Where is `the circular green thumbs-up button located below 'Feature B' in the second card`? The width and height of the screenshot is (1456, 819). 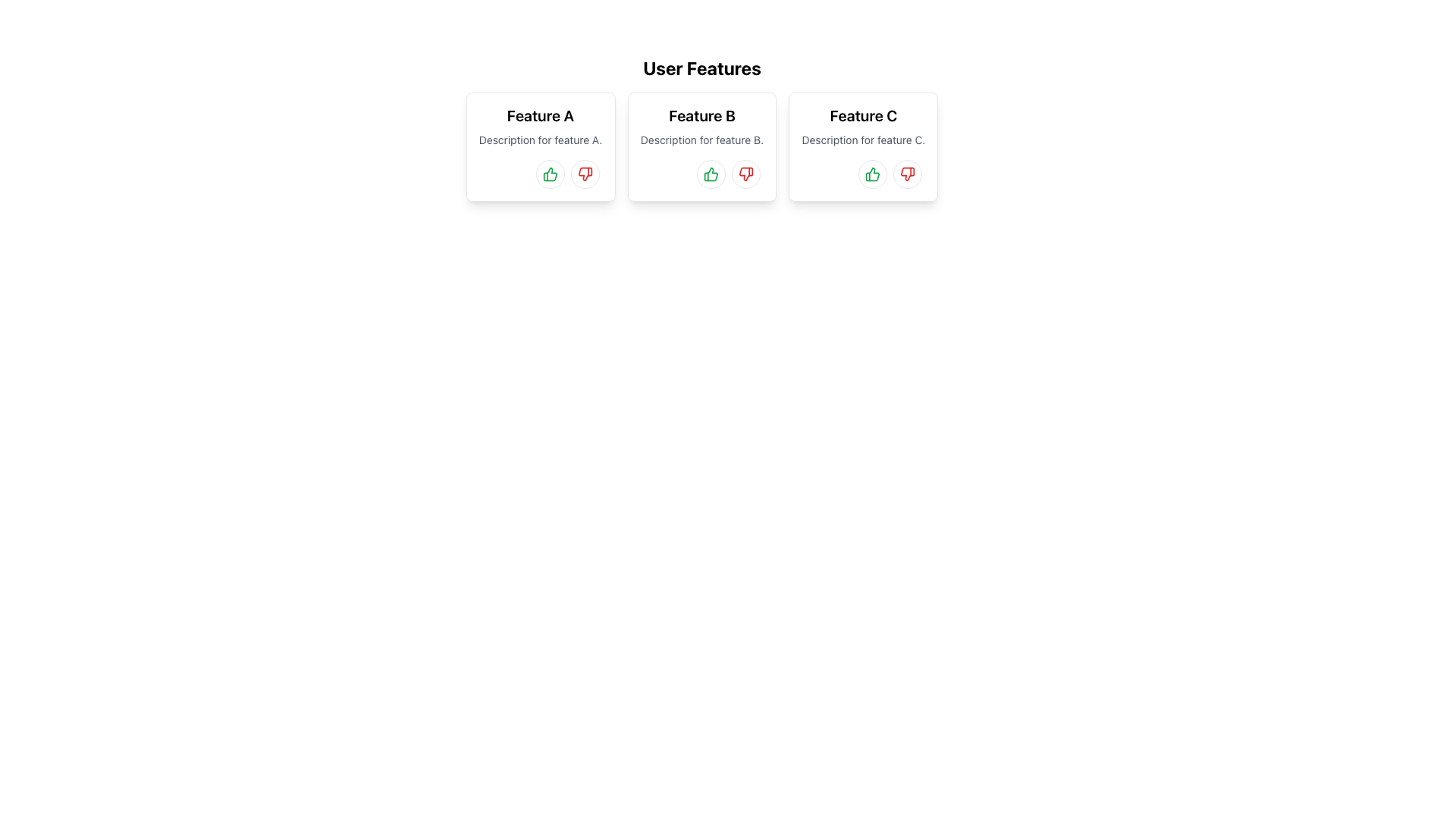
the circular green thumbs-up button located below 'Feature B' in the second card is located at coordinates (711, 174).